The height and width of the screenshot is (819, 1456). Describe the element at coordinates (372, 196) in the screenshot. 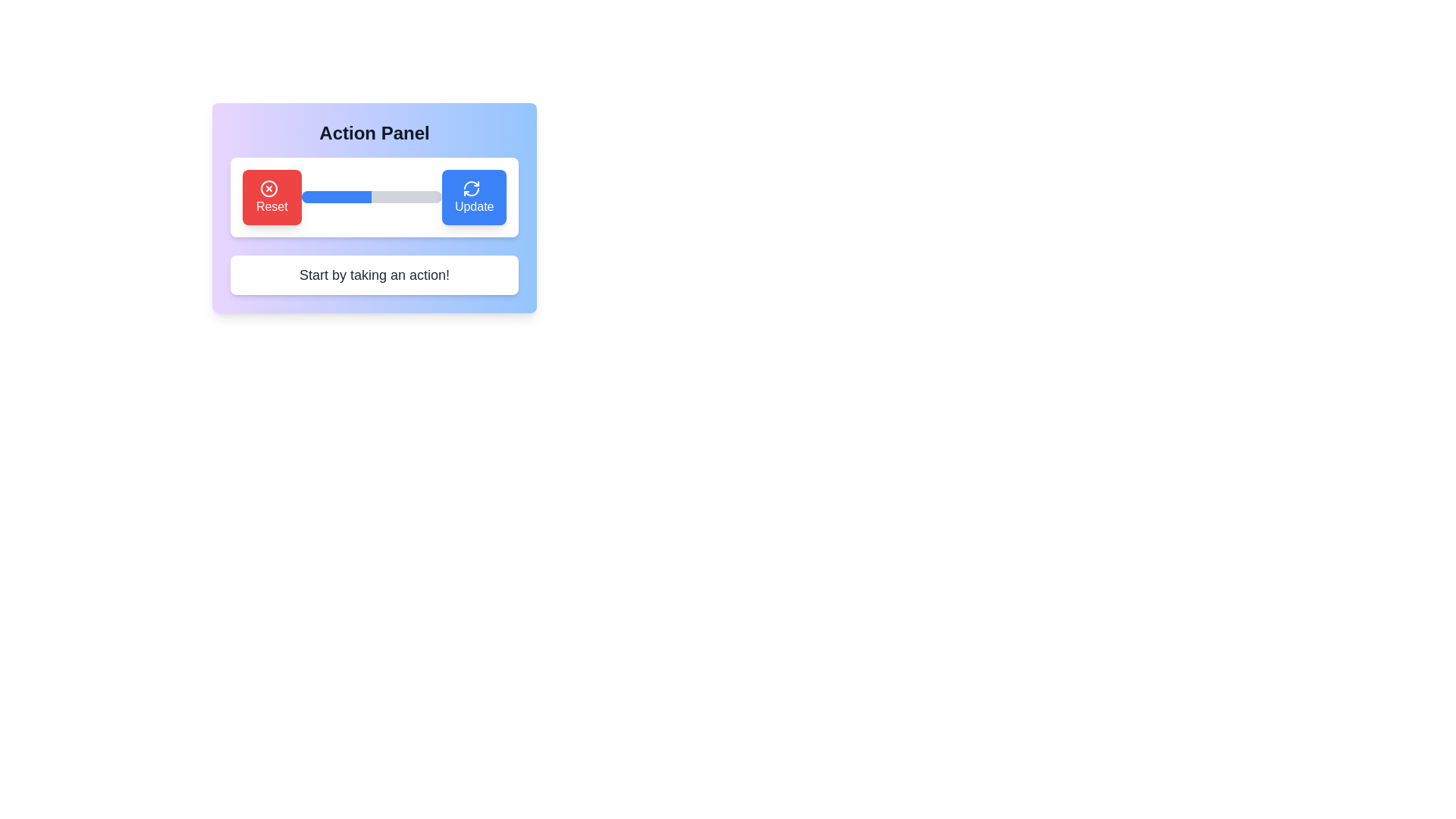

I see `the horizontal progress bar located centrally within the 'Action Panel' card, which is visually represented by a gray background and a blue-filled segment covering 50% of its width` at that location.